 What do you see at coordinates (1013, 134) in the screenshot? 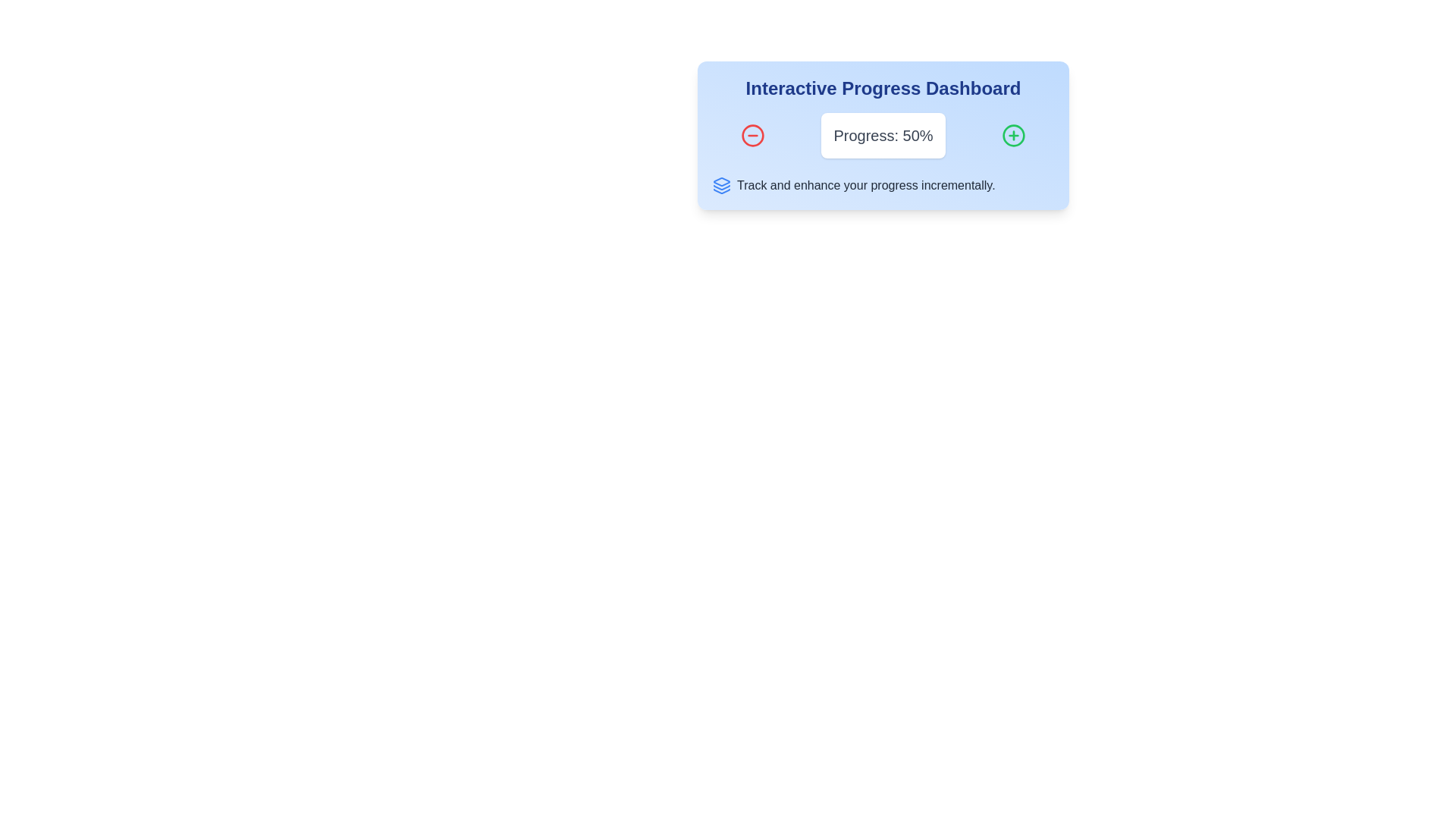
I see `the circular button with an embedded plus sign located in the top-right corner of the Interactive Progress Dashboard panel adjacent` at bounding box center [1013, 134].